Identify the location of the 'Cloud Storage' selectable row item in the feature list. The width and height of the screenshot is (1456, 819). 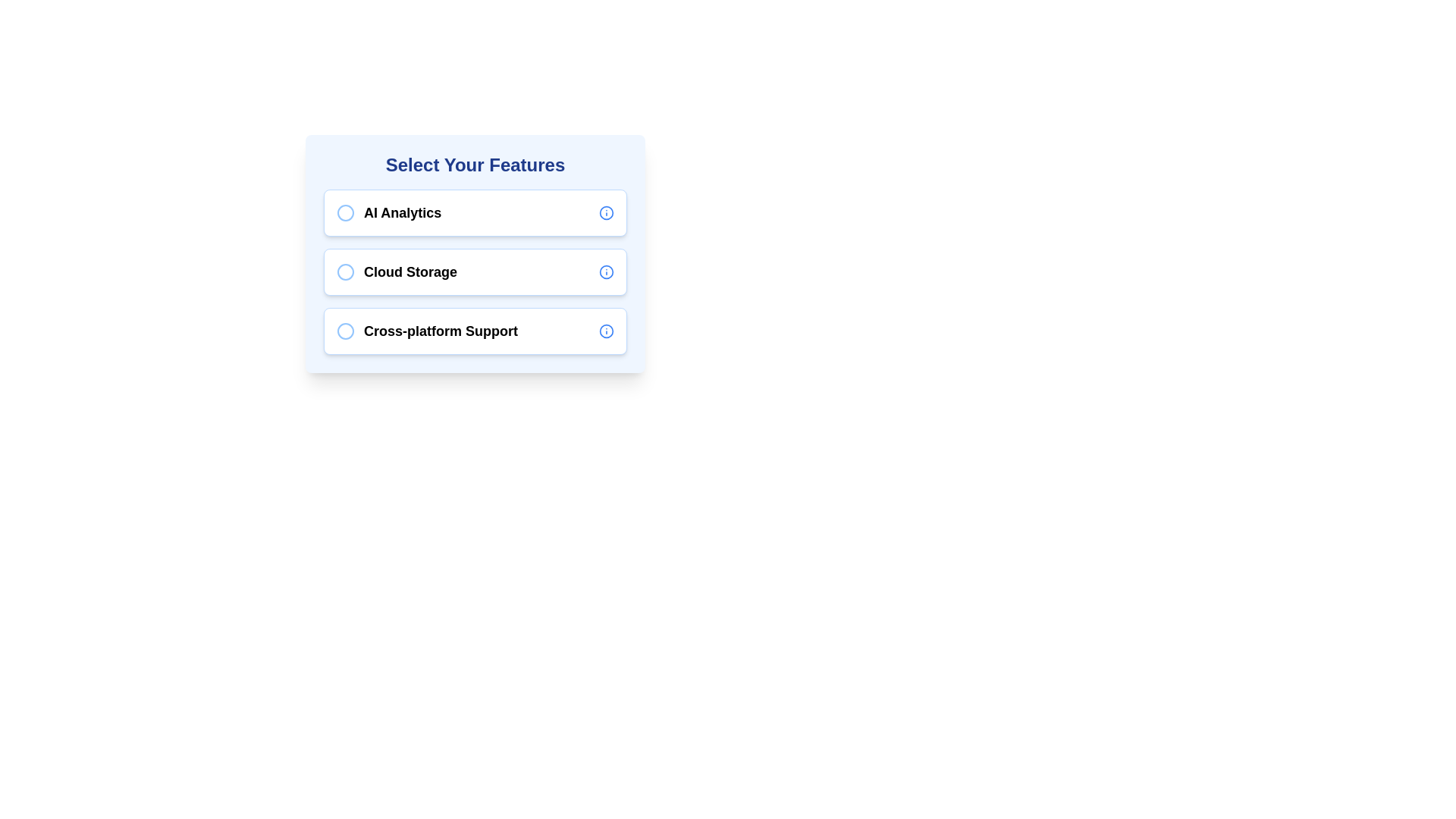
(475, 271).